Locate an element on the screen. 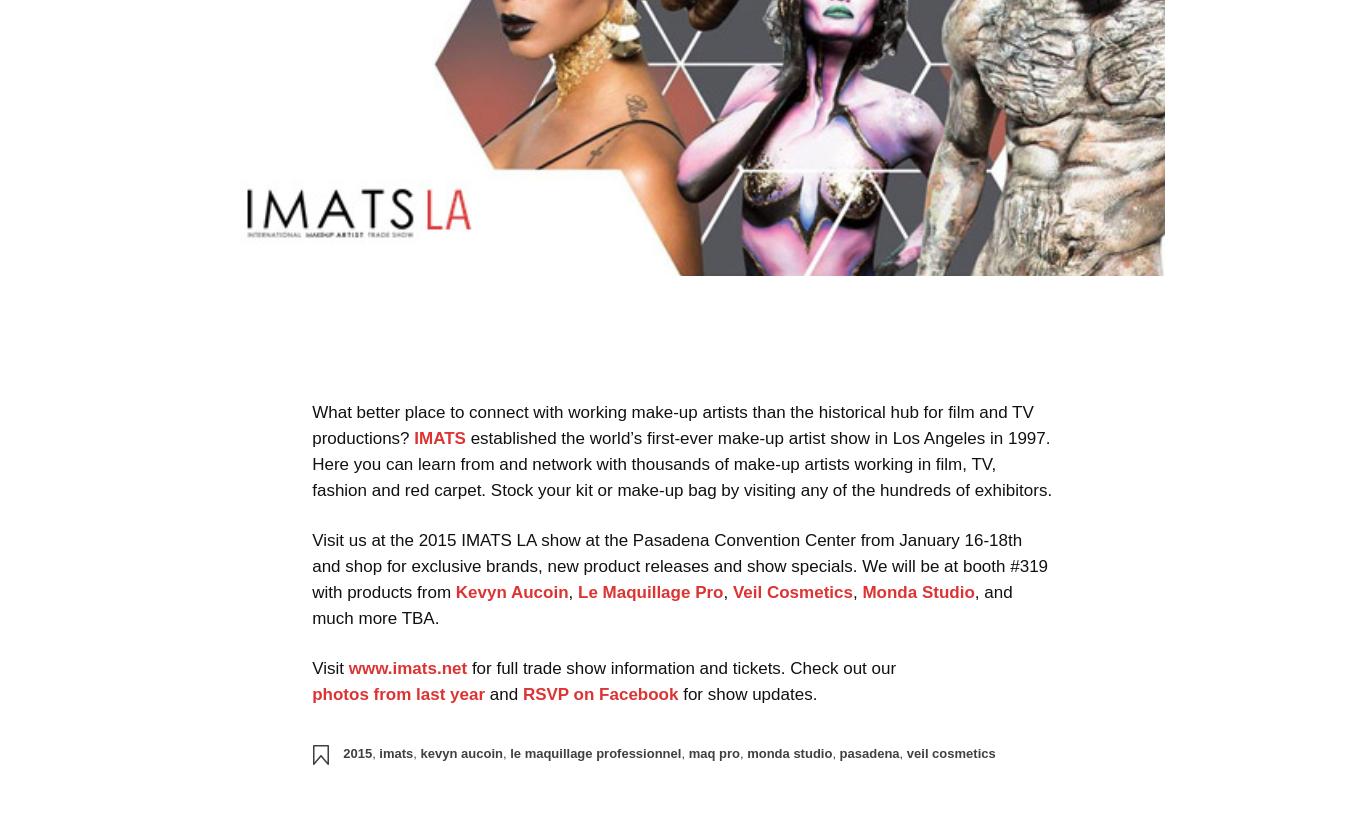 This screenshot has width=1366, height=831. '2015' is located at coordinates (342, 752).